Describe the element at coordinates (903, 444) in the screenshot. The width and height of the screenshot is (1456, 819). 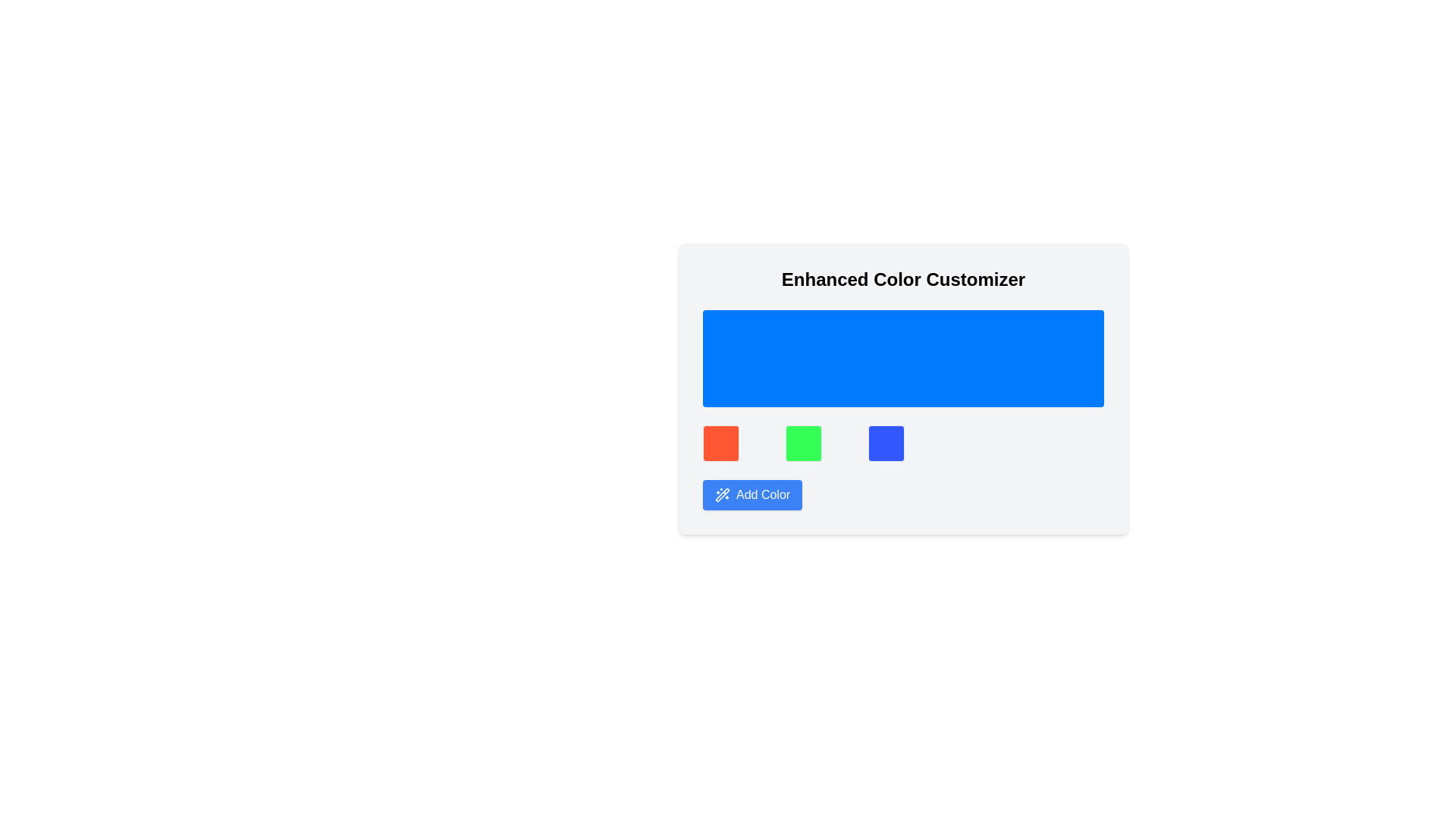
I see `the third square in the grid layout of selectable color options` at that location.